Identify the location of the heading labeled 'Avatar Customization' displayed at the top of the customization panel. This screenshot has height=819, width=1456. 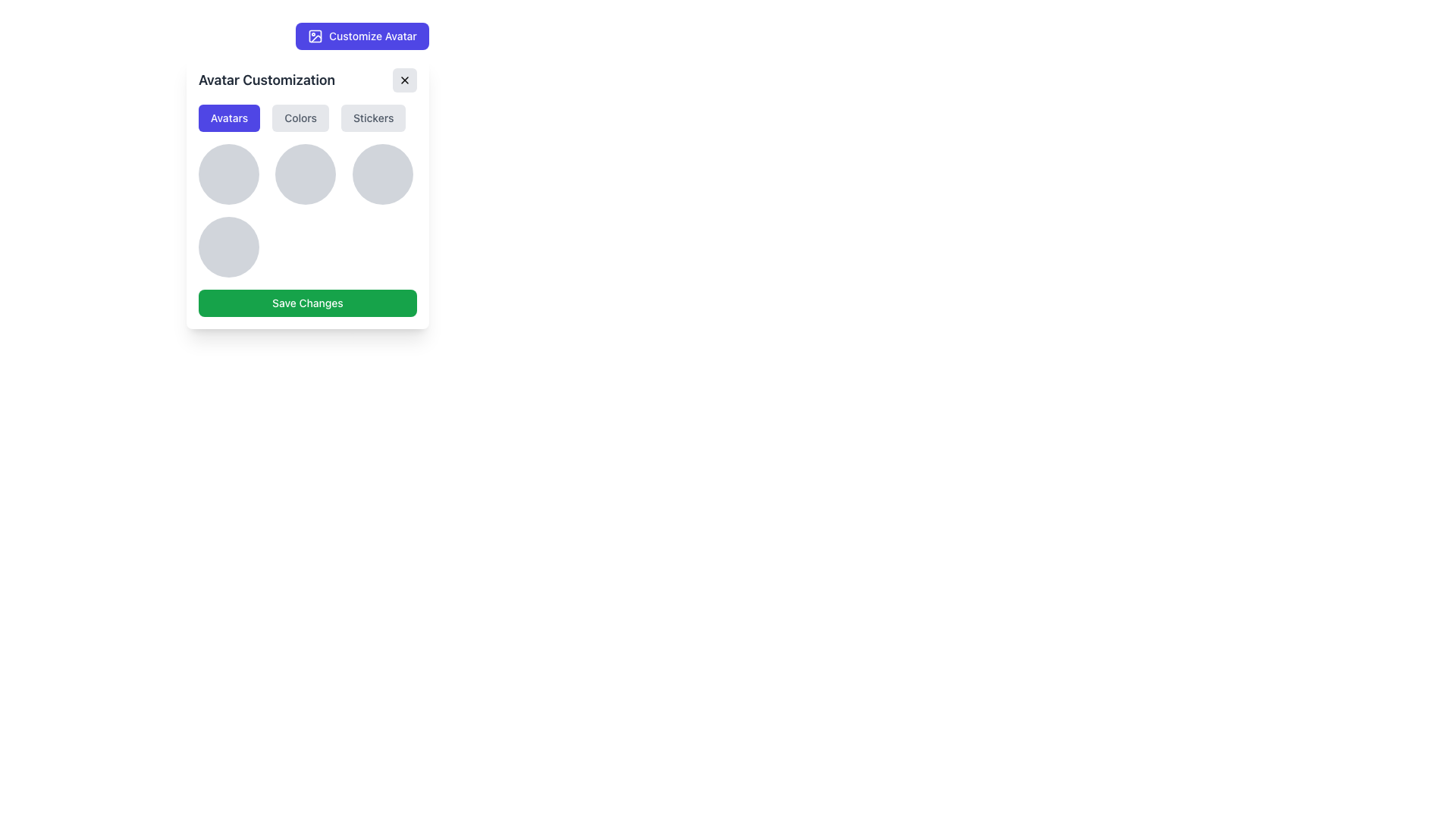
(306, 80).